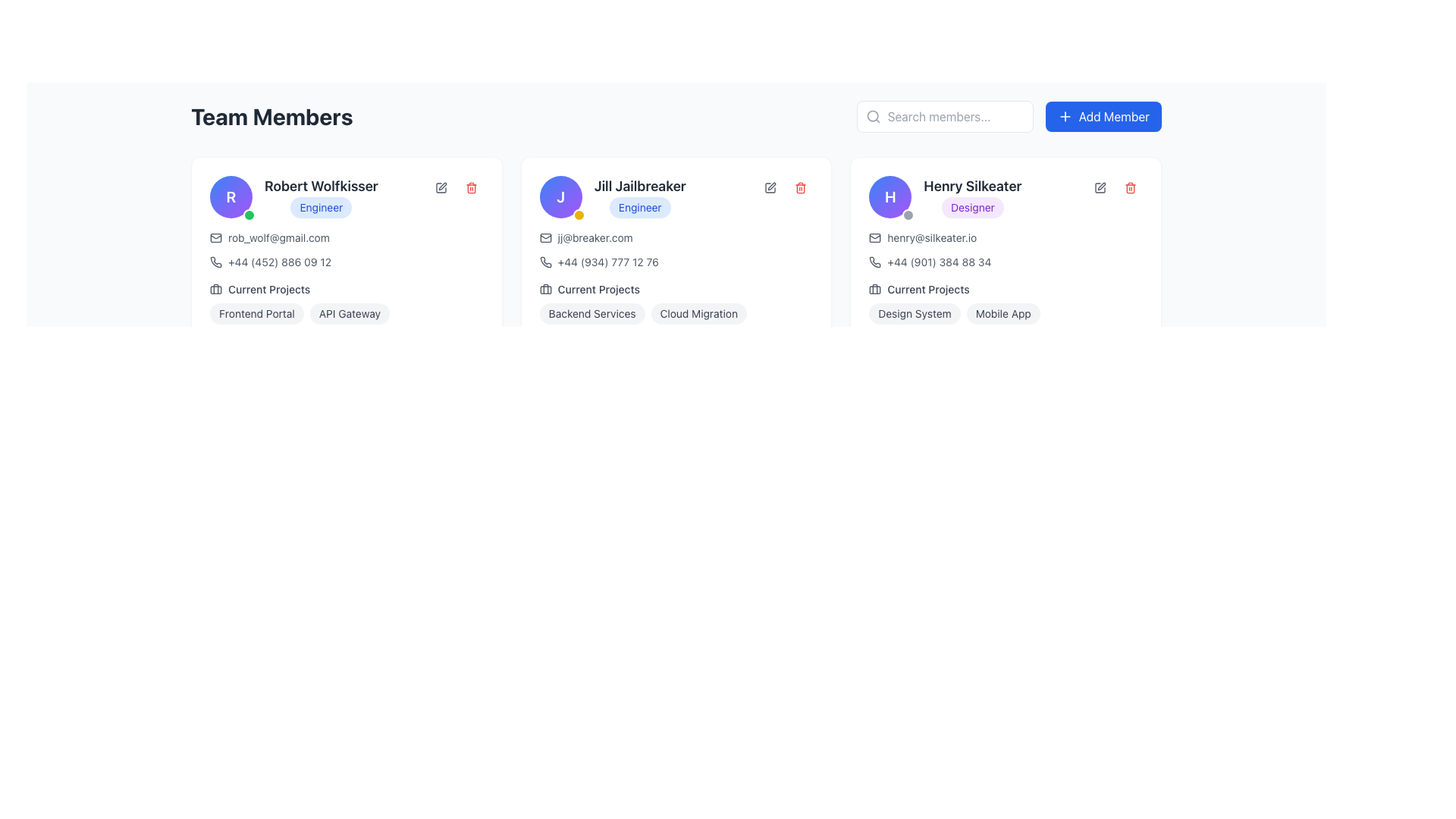 This screenshot has height=819, width=1456. Describe the element at coordinates (215, 262) in the screenshot. I see `the phone icon represented in a monochrome line style next to the phone number '+44 (452) 886 09 12' for 'Robert Wolfkisser'` at that location.